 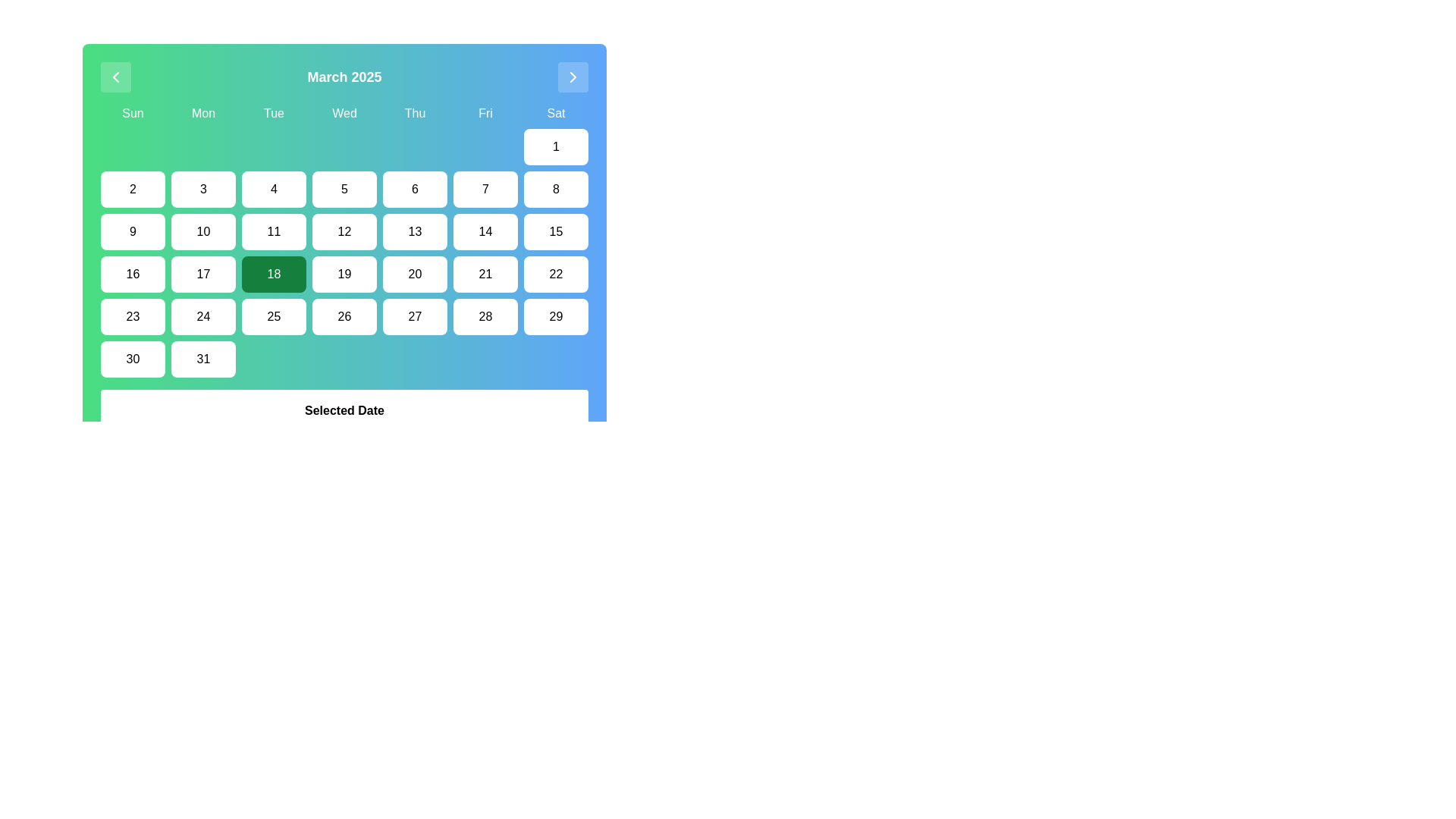 What do you see at coordinates (115, 77) in the screenshot?
I see `the chevron icon located in the top-left corner of the calendar interface` at bounding box center [115, 77].